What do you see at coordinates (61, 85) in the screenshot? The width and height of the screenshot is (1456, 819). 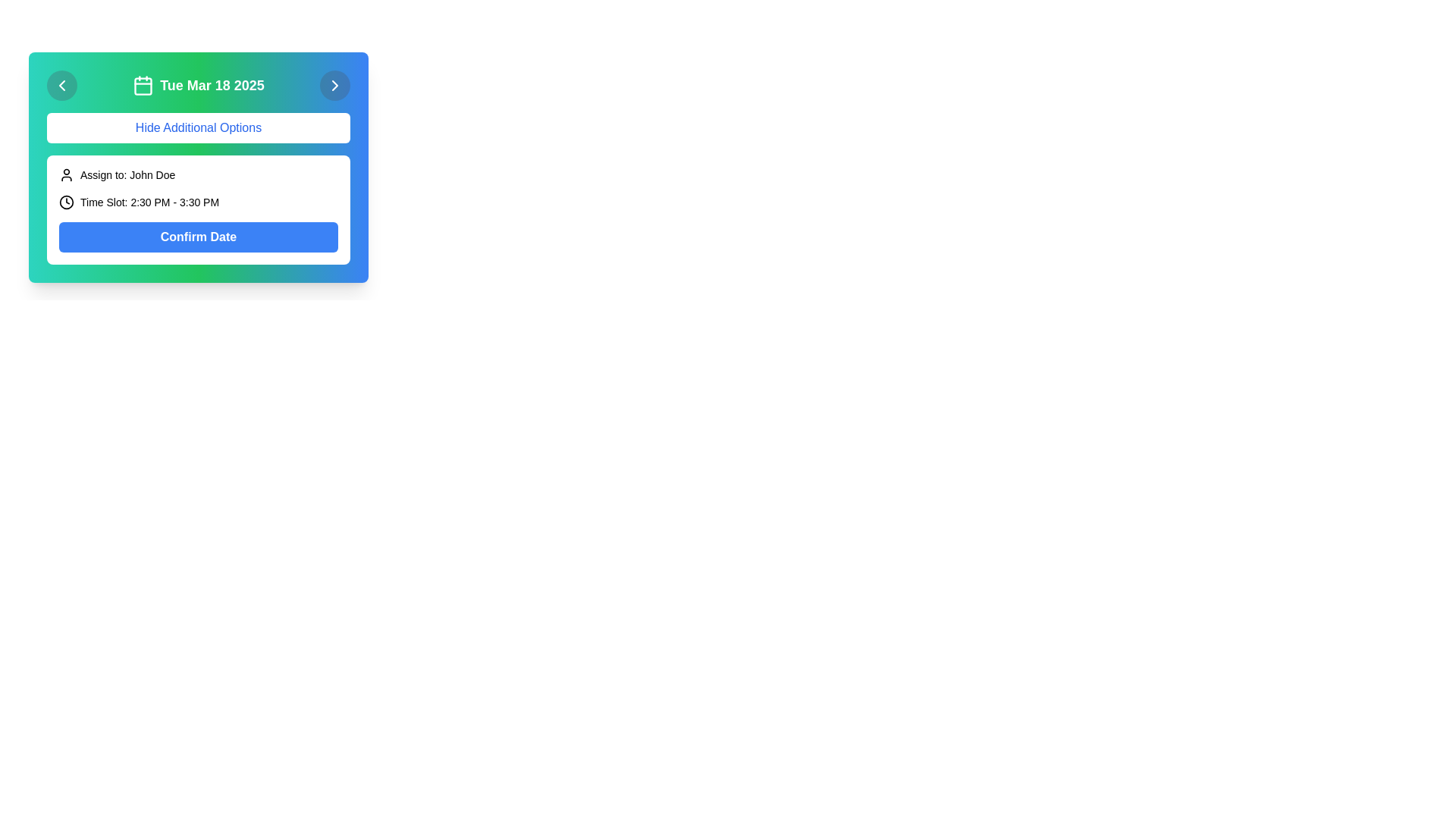 I see `the circular button with a semi-transparent dark gray background and a left-pointing chevron icon` at bounding box center [61, 85].